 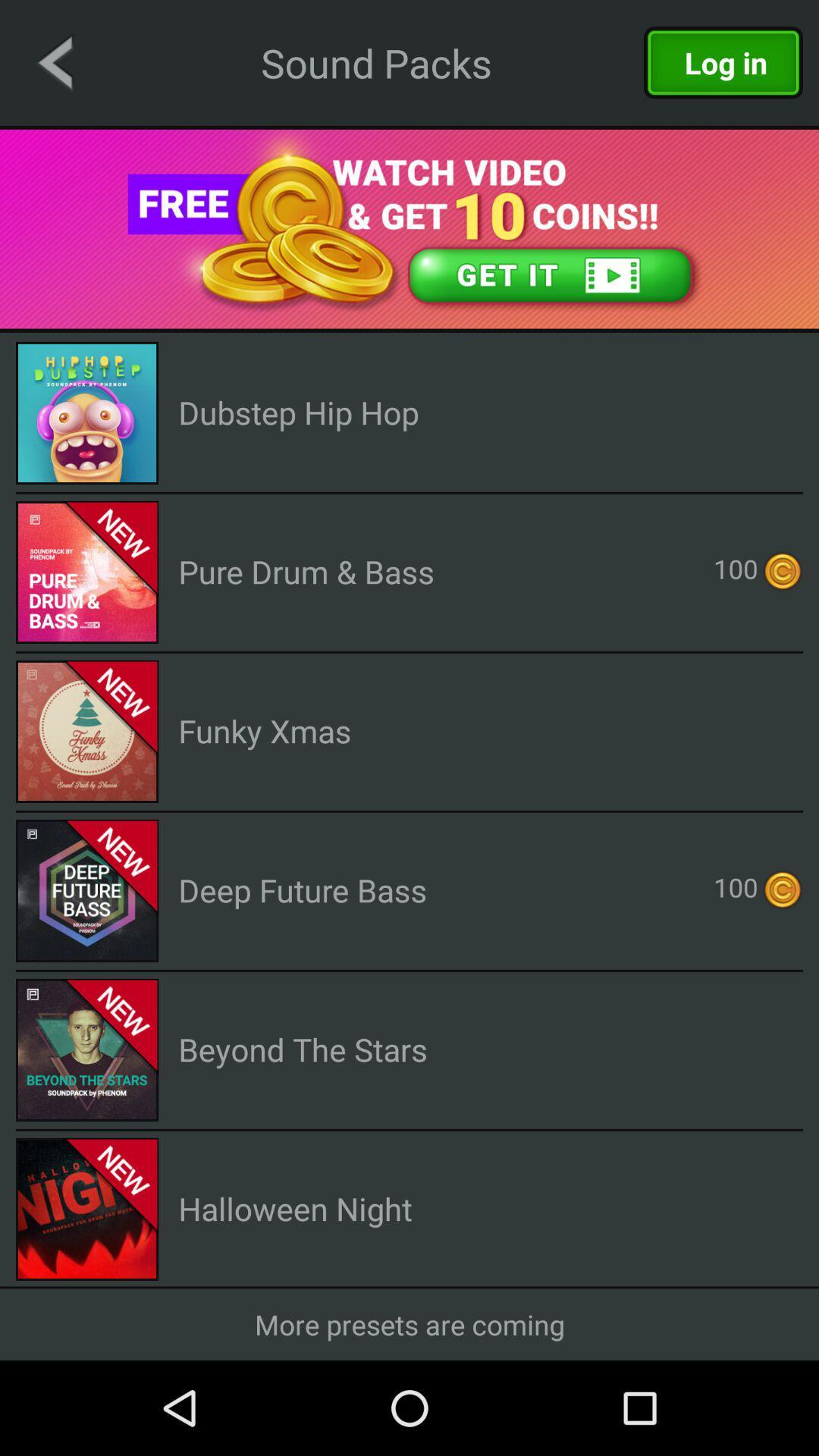 I want to click on open video, so click(x=409, y=228).